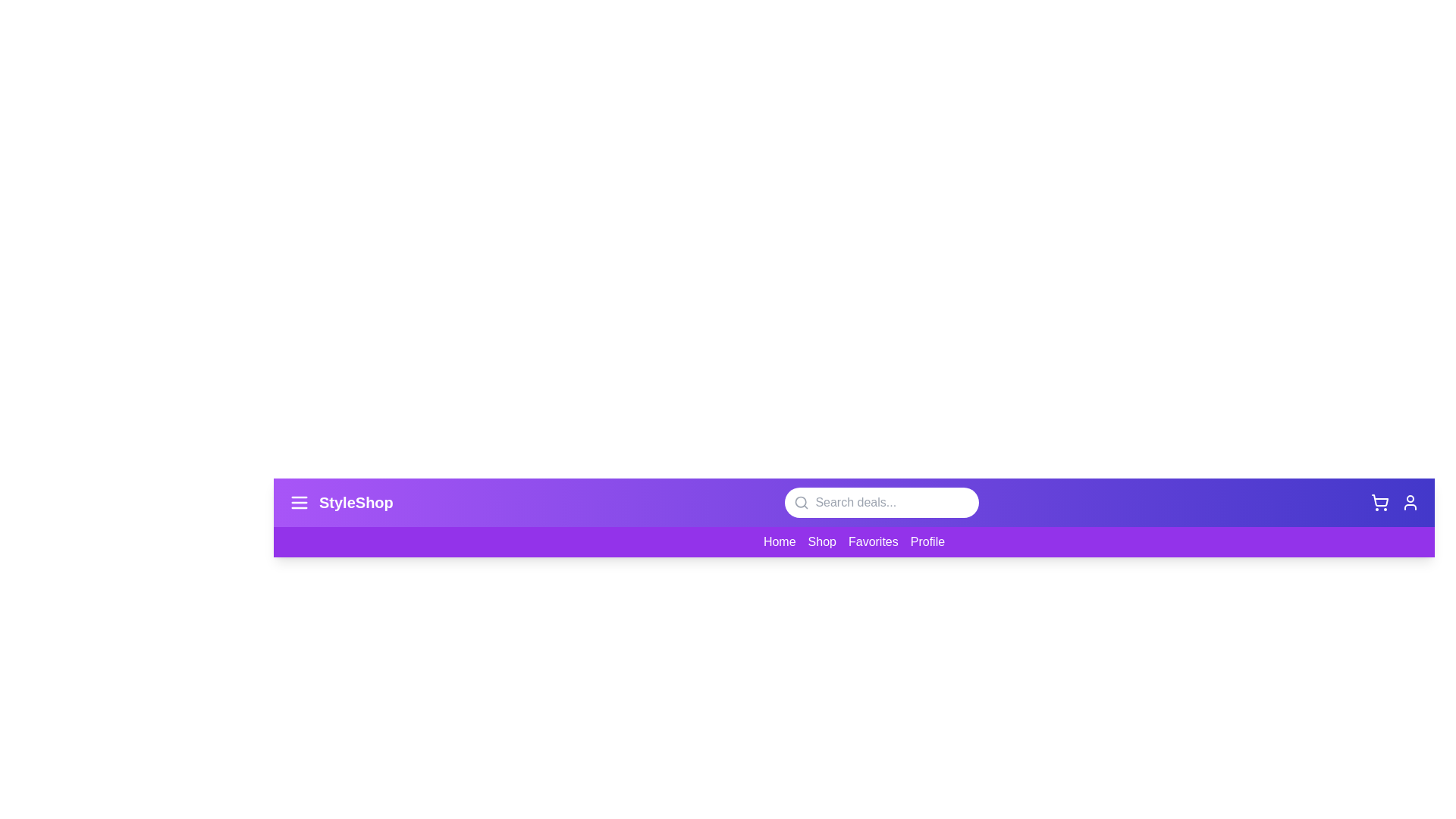 This screenshot has height=819, width=1456. What do you see at coordinates (1379, 503) in the screenshot?
I see `the shopping cart icon to view cart contents` at bounding box center [1379, 503].